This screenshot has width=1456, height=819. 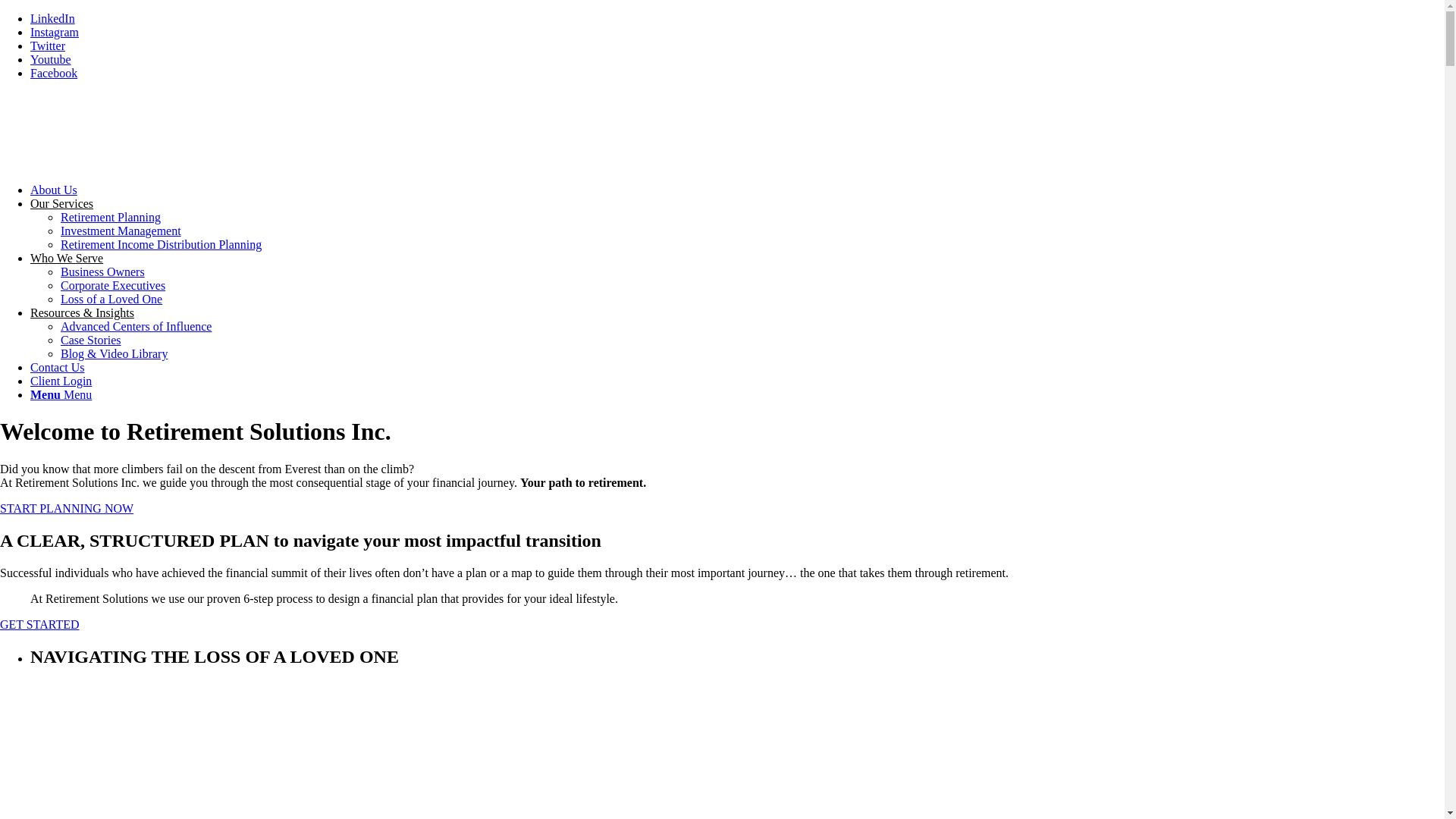 What do you see at coordinates (61, 217) in the screenshot?
I see `'Retirement Planning'` at bounding box center [61, 217].